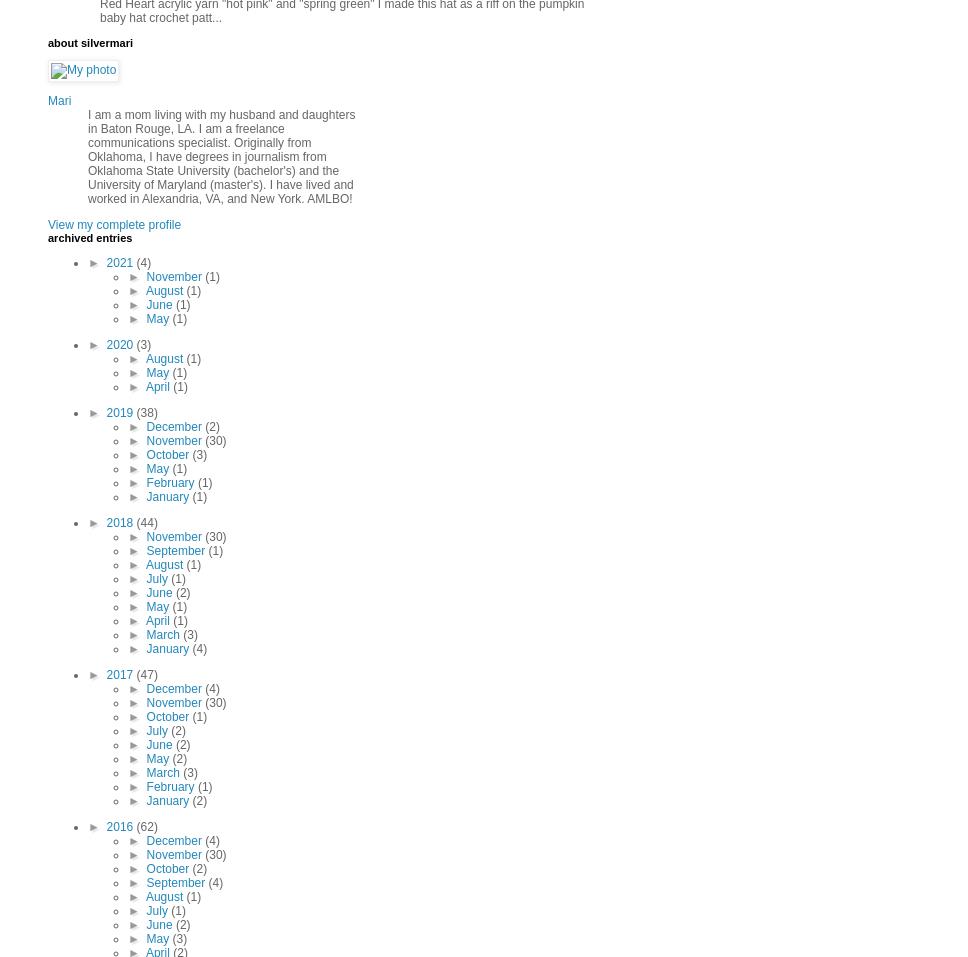 The width and height of the screenshot is (968, 957). Describe the element at coordinates (114, 223) in the screenshot. I see `'View my complete profile'` at that location.